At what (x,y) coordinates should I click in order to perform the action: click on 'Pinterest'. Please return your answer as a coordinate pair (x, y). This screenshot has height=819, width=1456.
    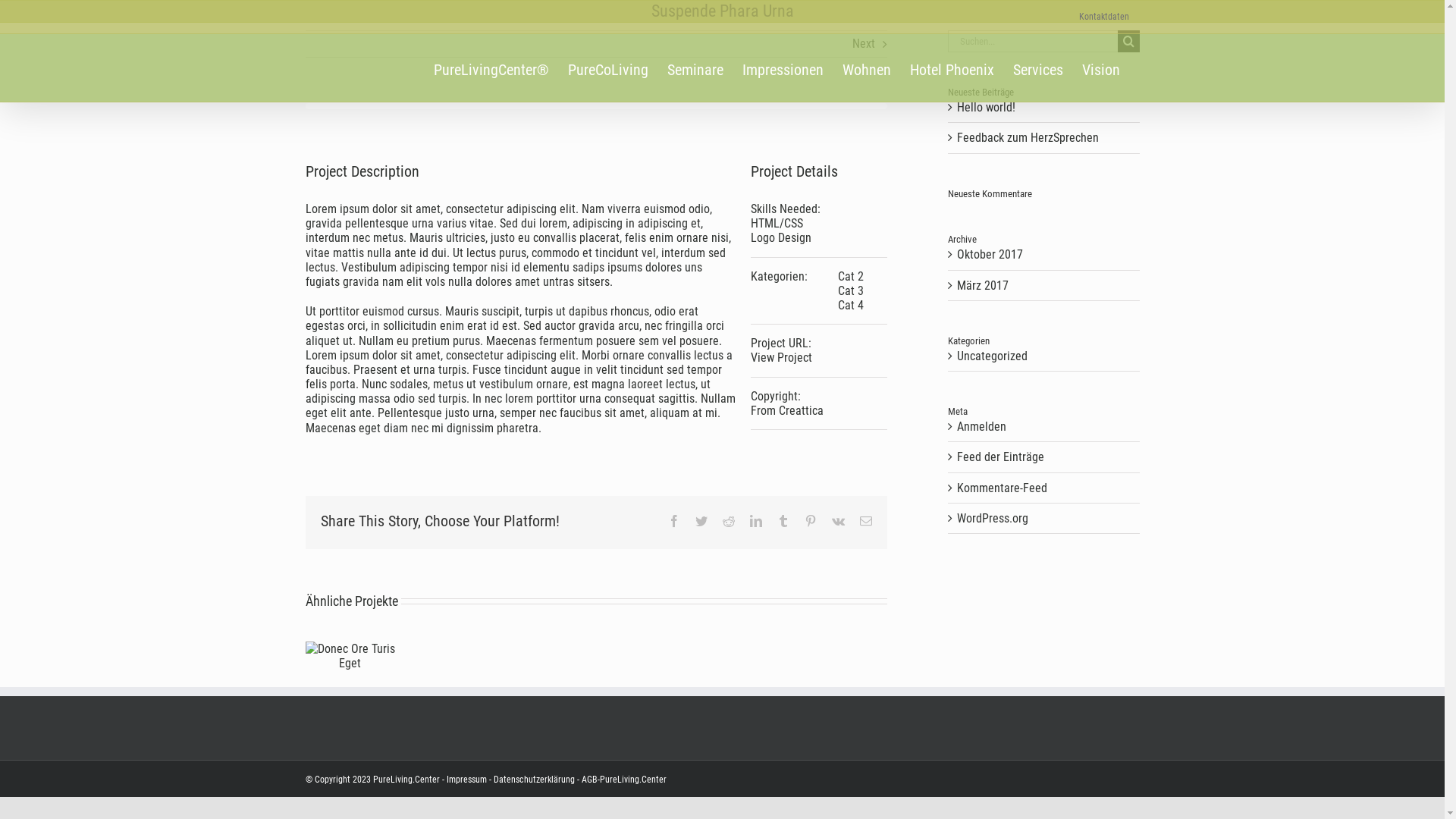
    Looking at the image, I should click on (809, 519).